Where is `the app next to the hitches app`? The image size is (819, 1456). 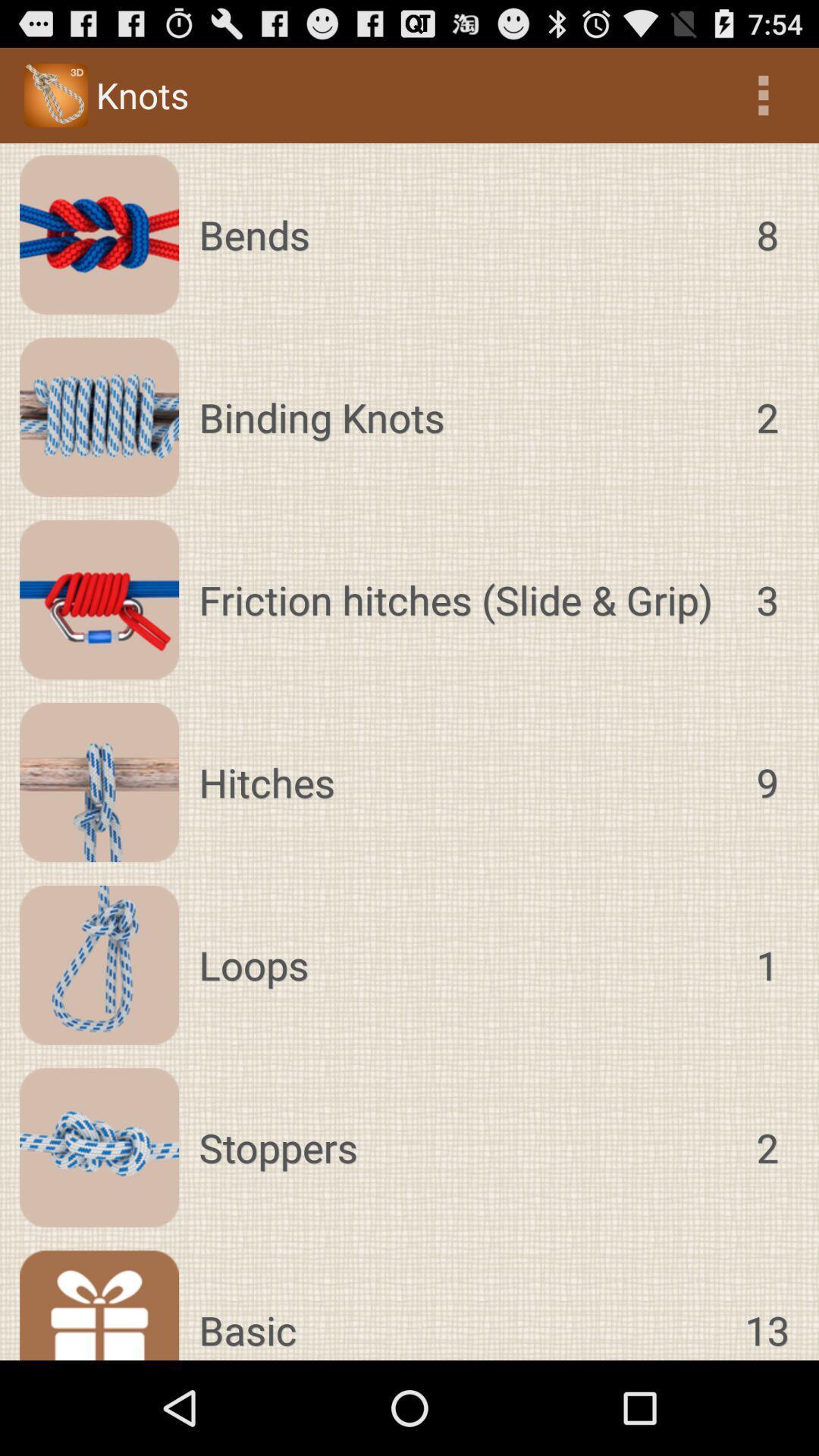 the app next to the hitches app is located at coordinates (767, 783).